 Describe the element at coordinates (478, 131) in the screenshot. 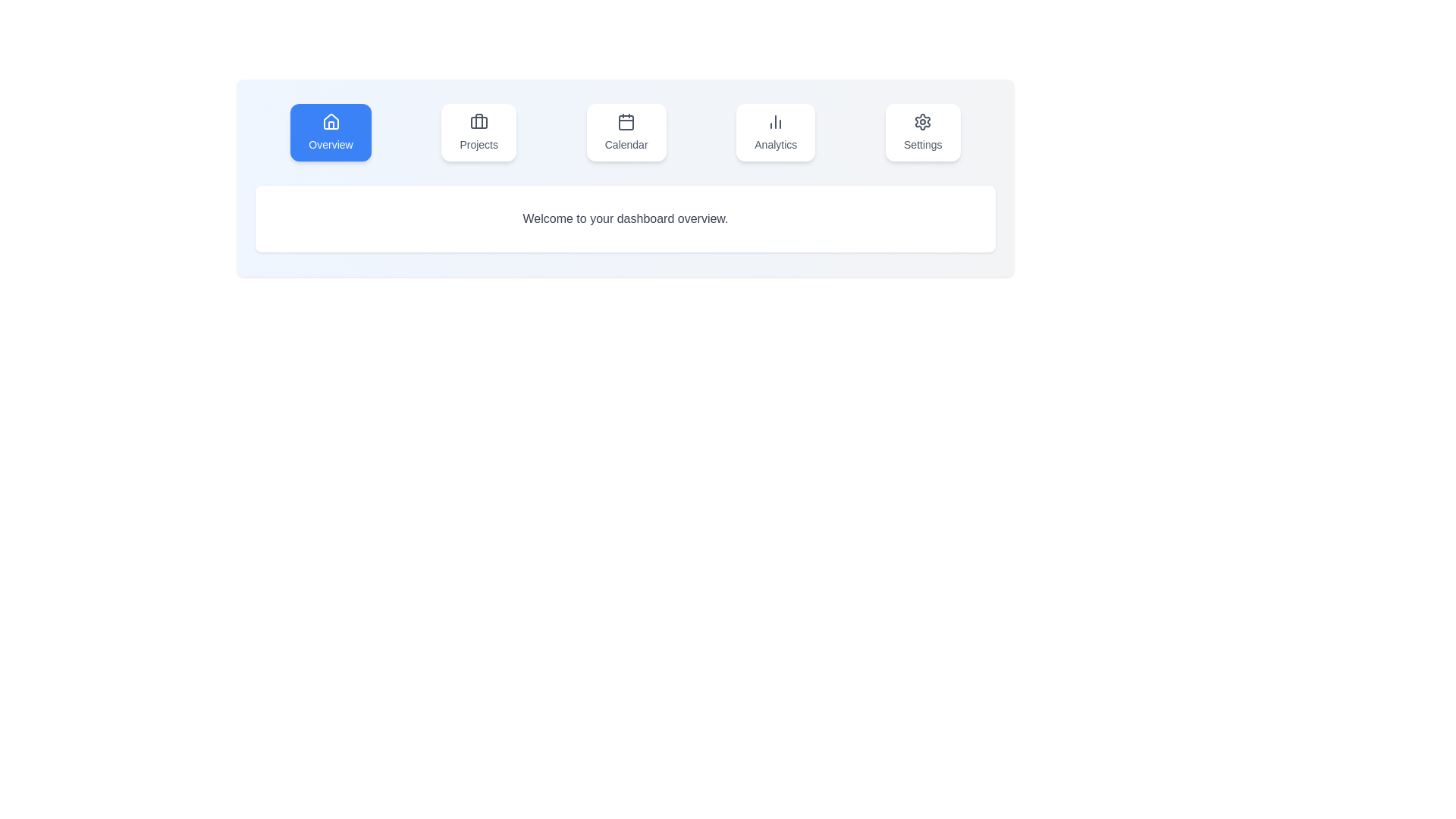

I see `the 'Projects' button, which is the second button in a horizontal row, located to the right of the 'Overview' button and to the left of the 'Calendar' button` at that location.